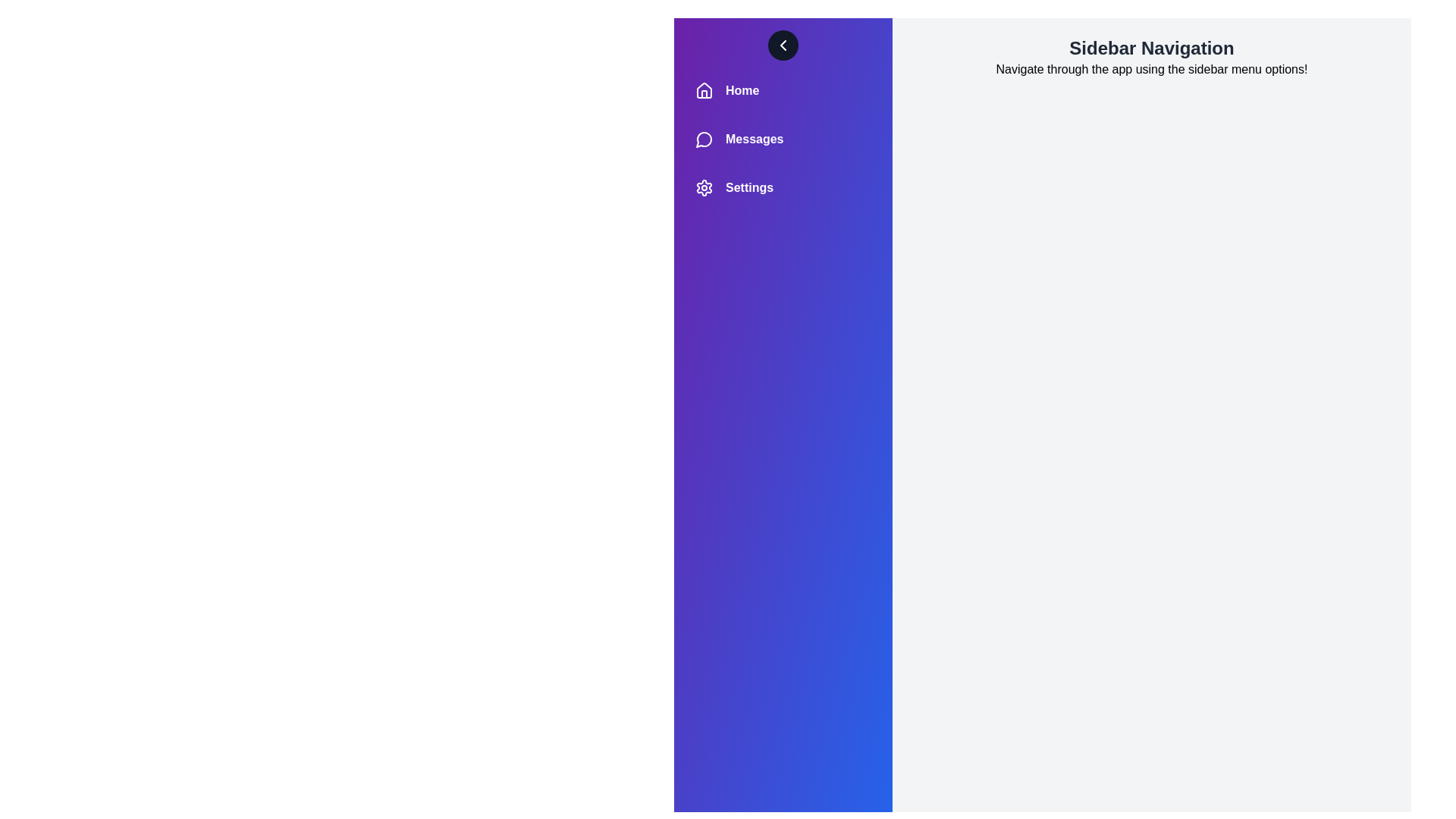 This screenshot has height=819, width=1456. What do you see at coordinates (783, 90) in the screenshot?
I see `the 'Home' menu item in the sidebar` at bounding box center [783, 90].